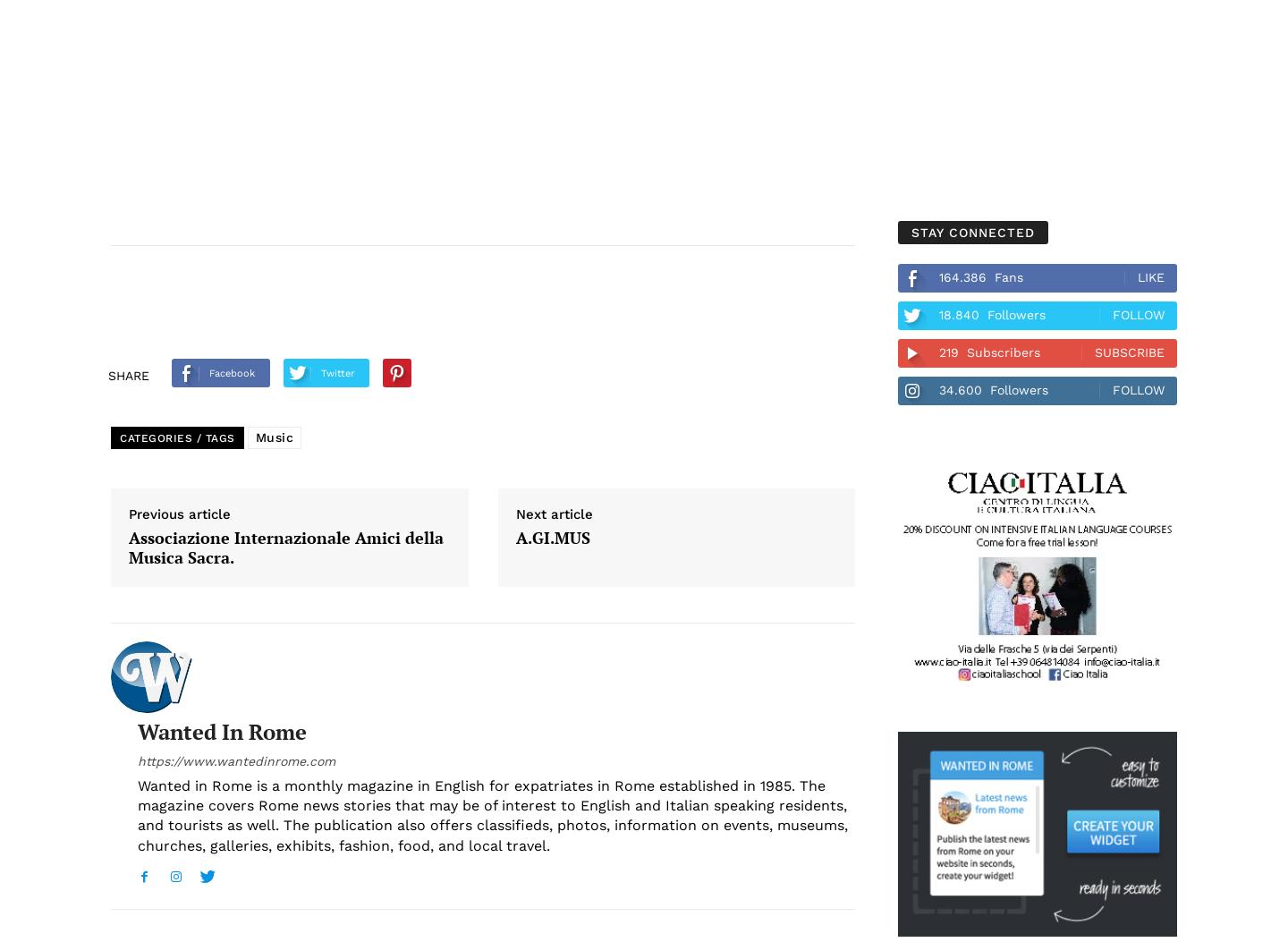  Describe the element at coordinates (939, 276) in the screenshot. I see `'164.386'` at that location.